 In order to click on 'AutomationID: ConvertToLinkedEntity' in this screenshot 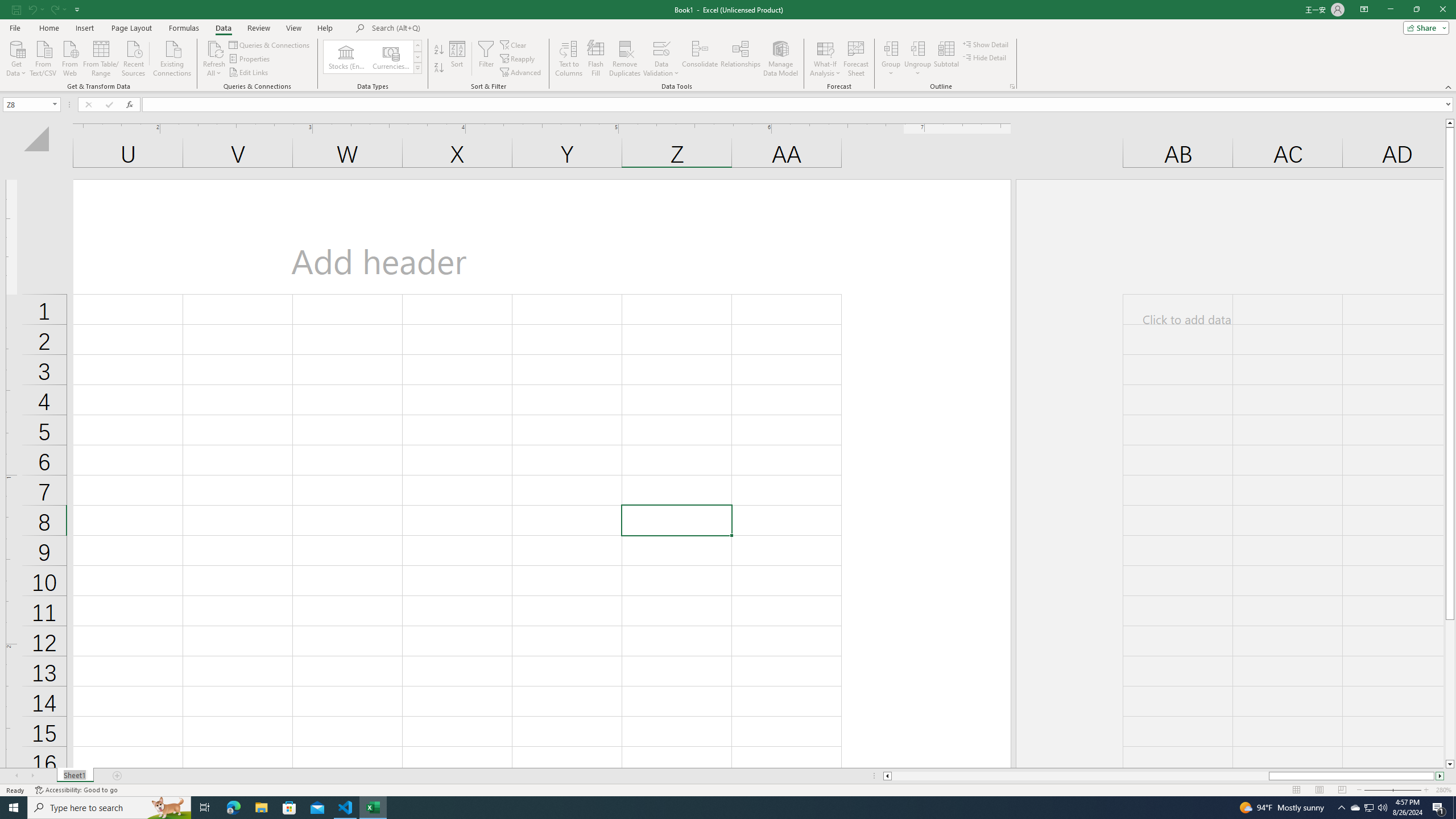, I will do `click(373, 56)`.